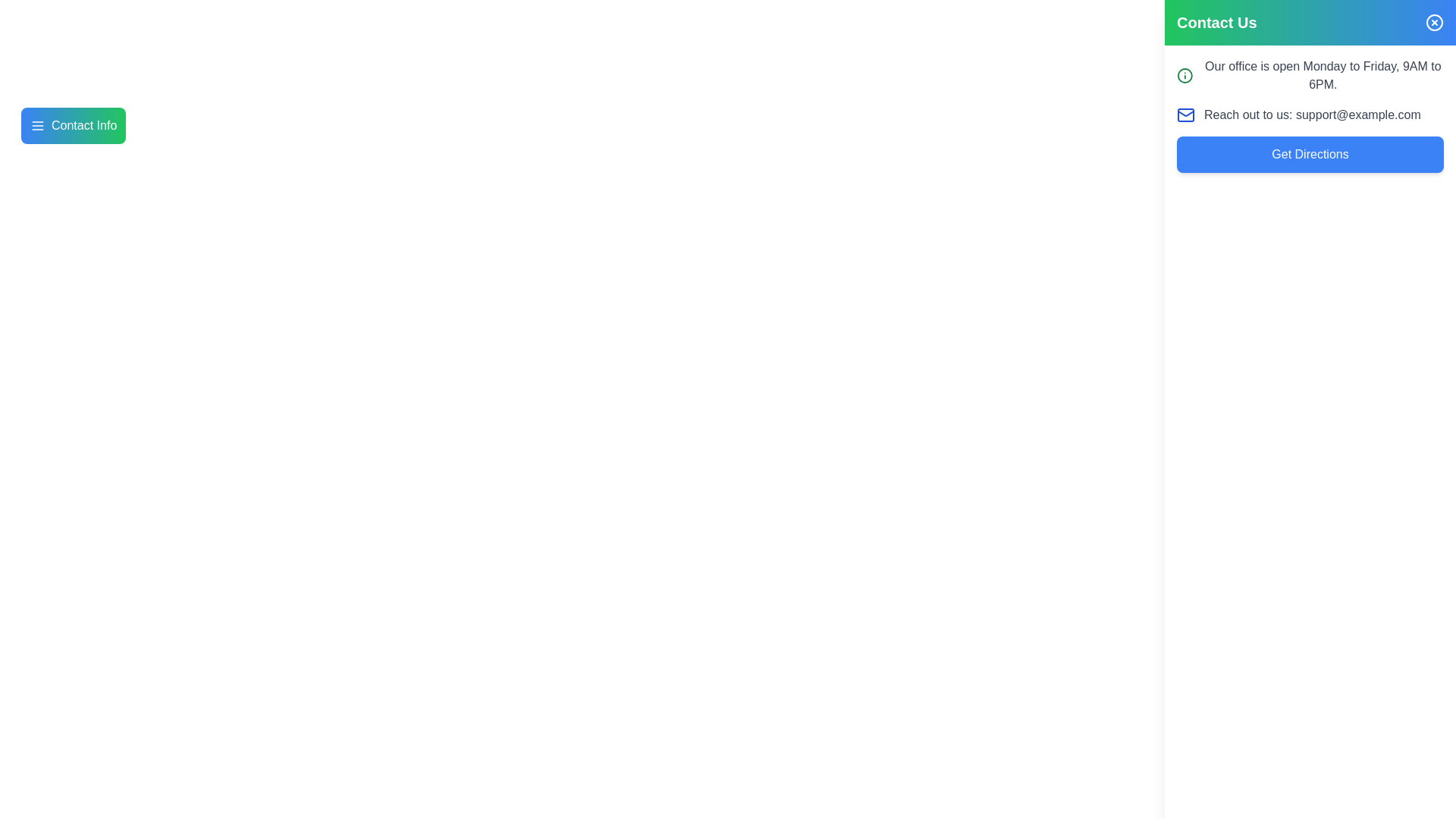 Image resolution: width=1456 pixels, height=819 pixels. Describe the element at coordinates (1433, 23) in the screenshot. I see `the circular icon with a blue border and a white-filled area intersected by a diagonal cross located in the top-right corner of the 'Contact Us' section` at that location.